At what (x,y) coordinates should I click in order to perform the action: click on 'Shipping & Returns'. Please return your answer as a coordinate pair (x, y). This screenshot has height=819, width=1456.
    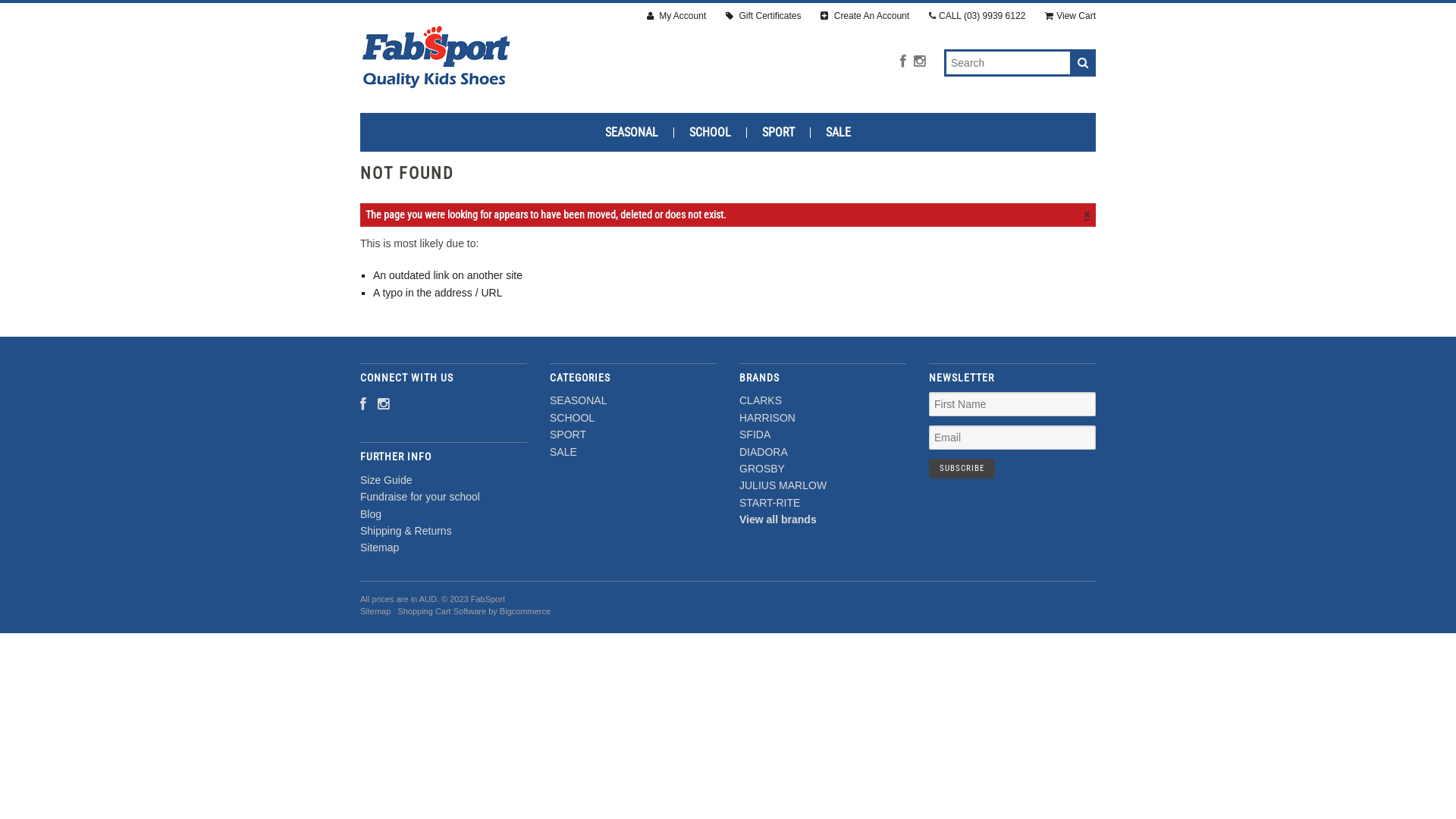
    Looking at the image, I should click on (406, 529).